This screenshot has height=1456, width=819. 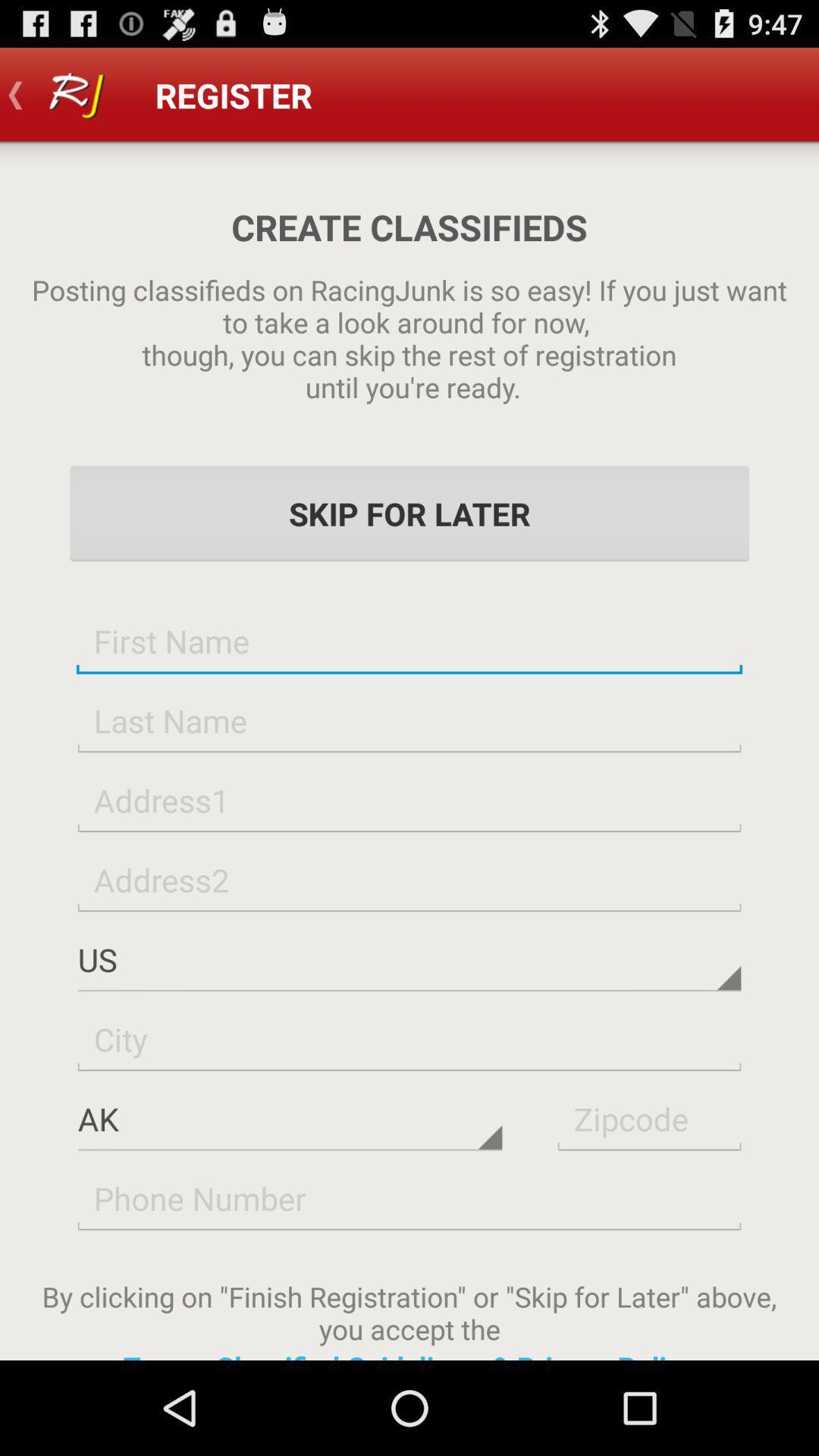 I want to click on zipcode fill box, so click(x=648, y=1119).